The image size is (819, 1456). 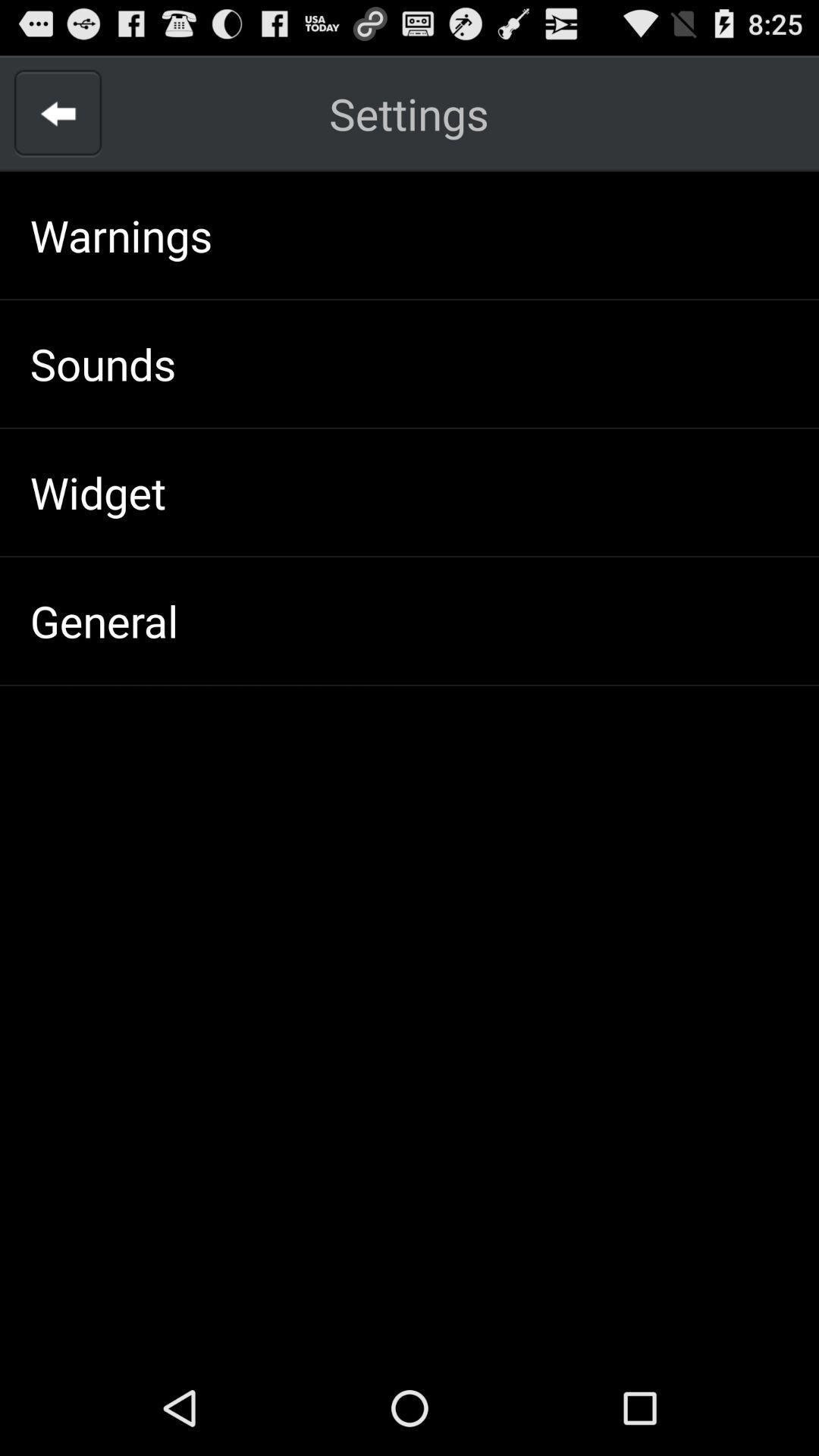 I want to click on the warnings item, so click(x=121, y=234).